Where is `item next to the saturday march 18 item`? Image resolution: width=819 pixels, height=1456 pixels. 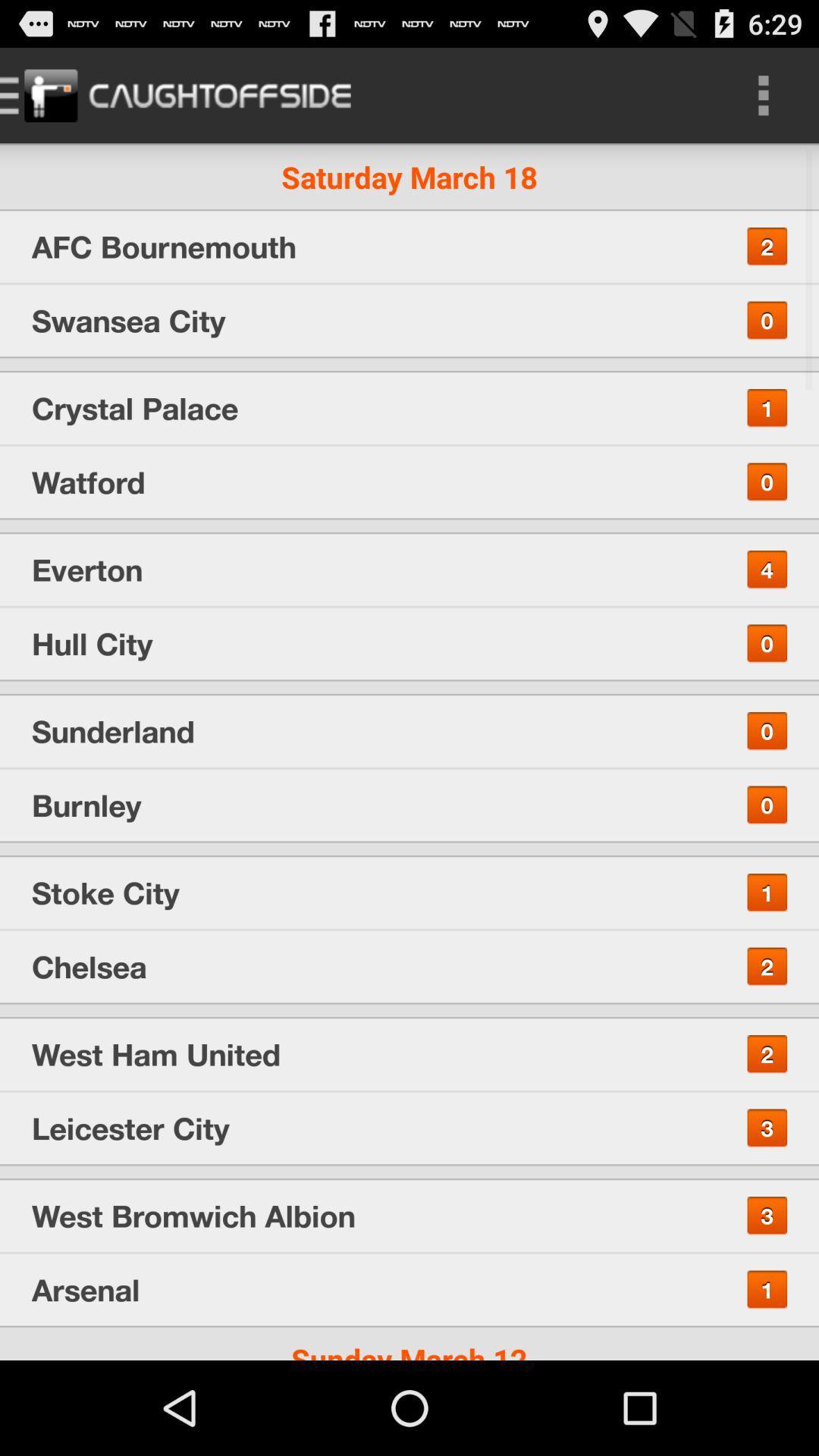 item next to the saturday march 18 item is located at coordinates (763, 94).